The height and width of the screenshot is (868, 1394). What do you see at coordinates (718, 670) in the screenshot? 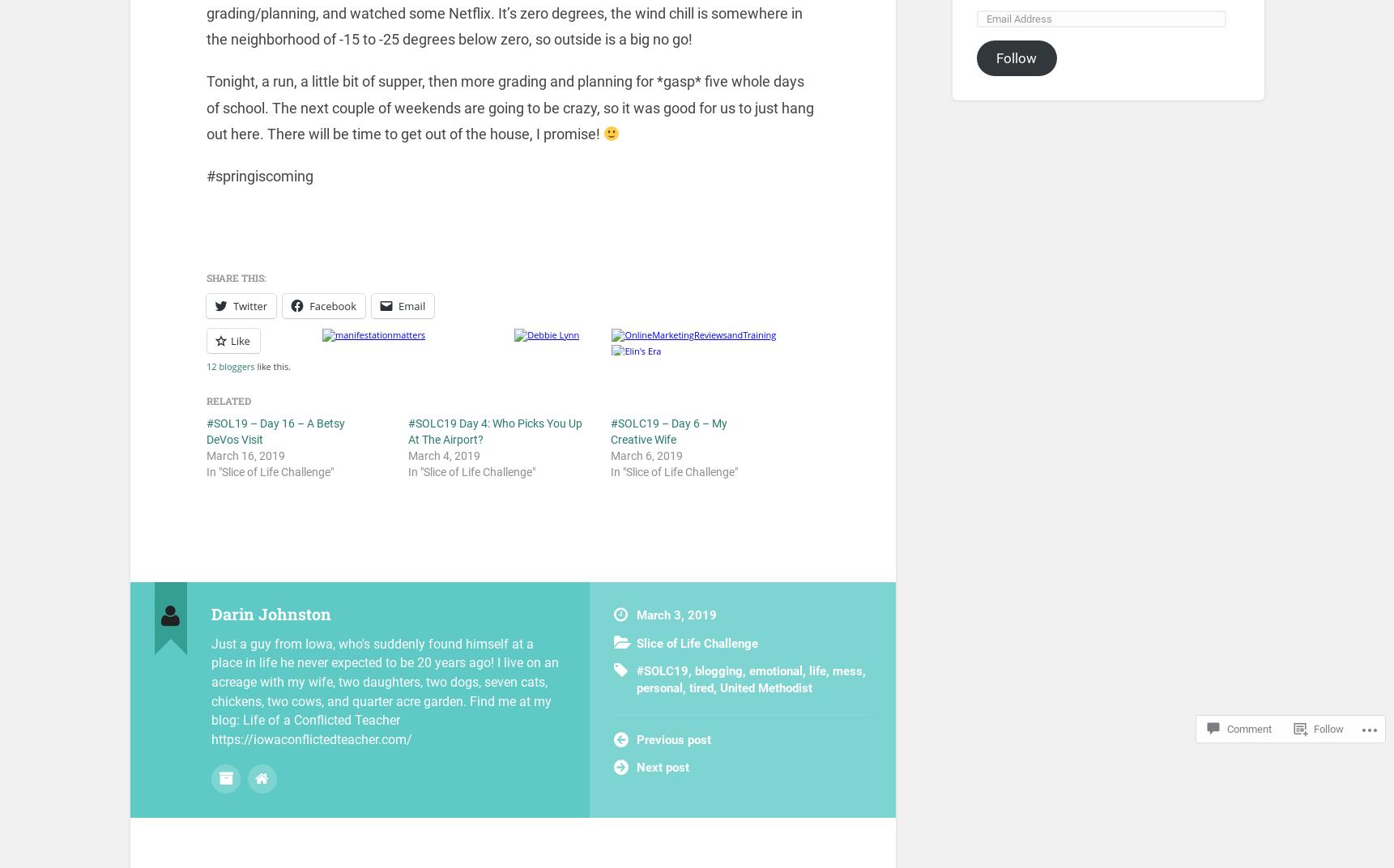
I see `'blogging'` at bounding box center [718, 670].